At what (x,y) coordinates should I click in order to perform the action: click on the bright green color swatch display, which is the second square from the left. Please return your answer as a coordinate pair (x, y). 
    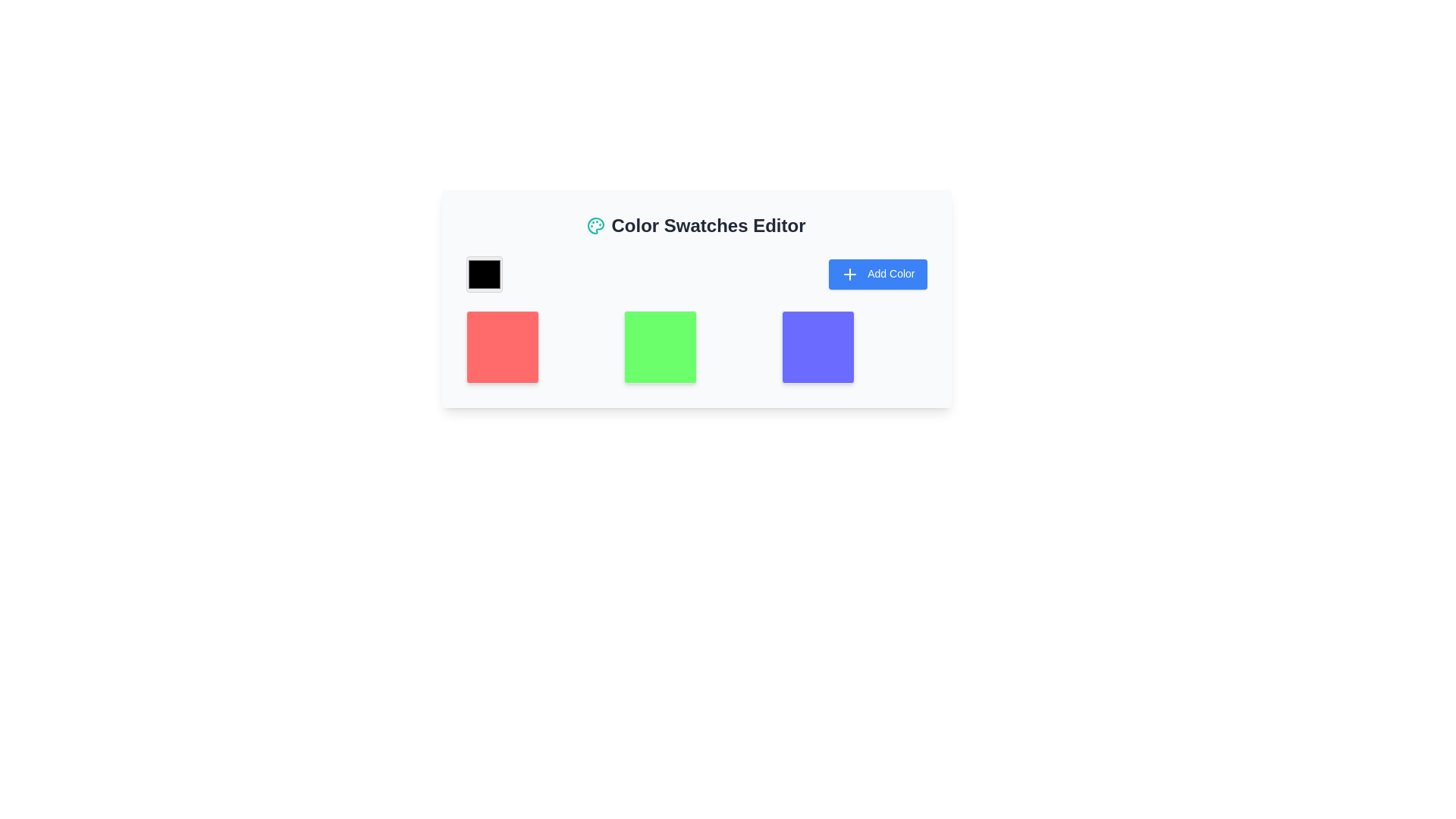
    Looking at the image, I should click on (695, 347).